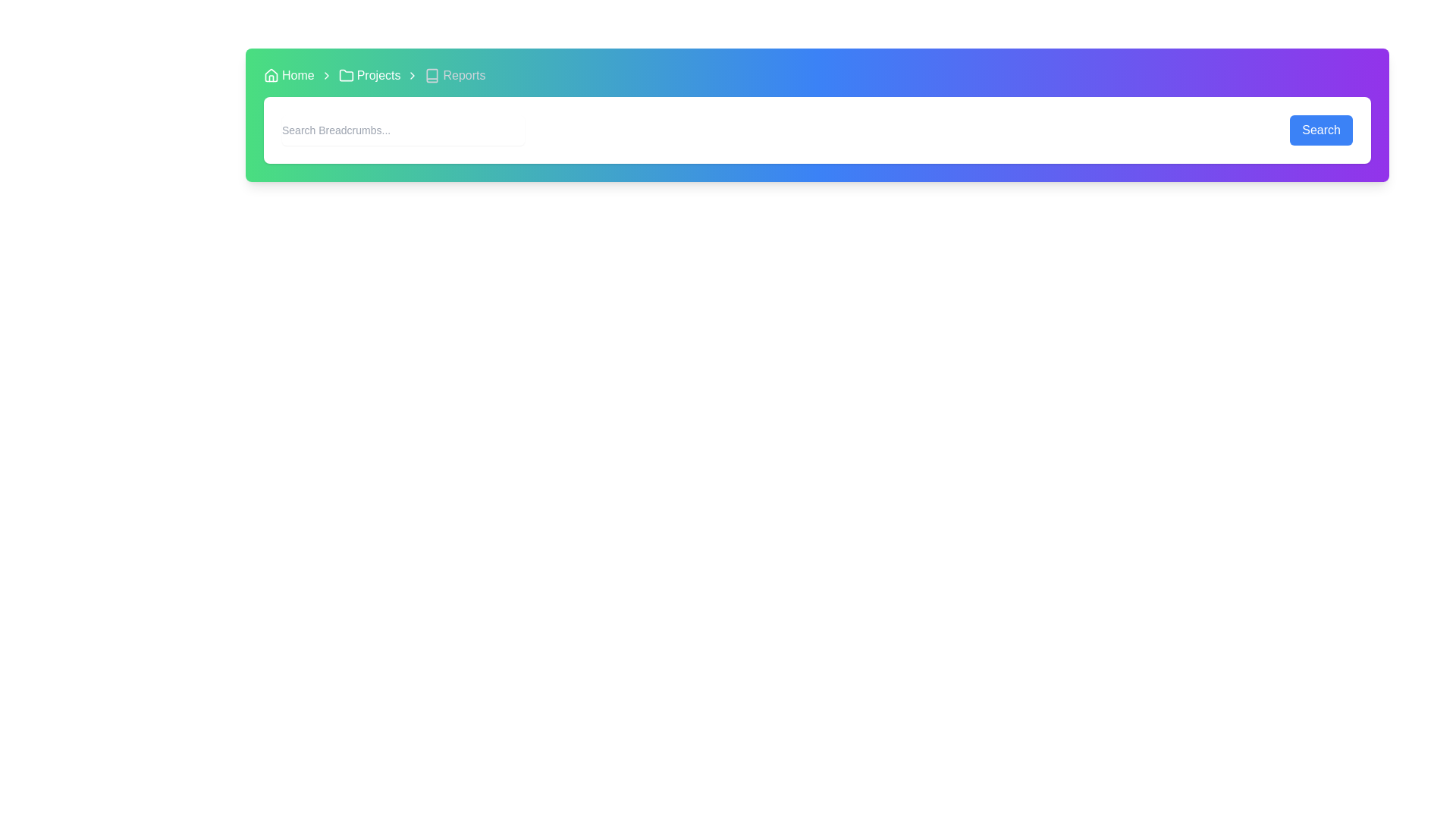  I want to click on the 'Reports' icon in the breadcrumb navigation bar, which is an SVG vector graphic positioned to the right of the folder icon, so click(431, 76).